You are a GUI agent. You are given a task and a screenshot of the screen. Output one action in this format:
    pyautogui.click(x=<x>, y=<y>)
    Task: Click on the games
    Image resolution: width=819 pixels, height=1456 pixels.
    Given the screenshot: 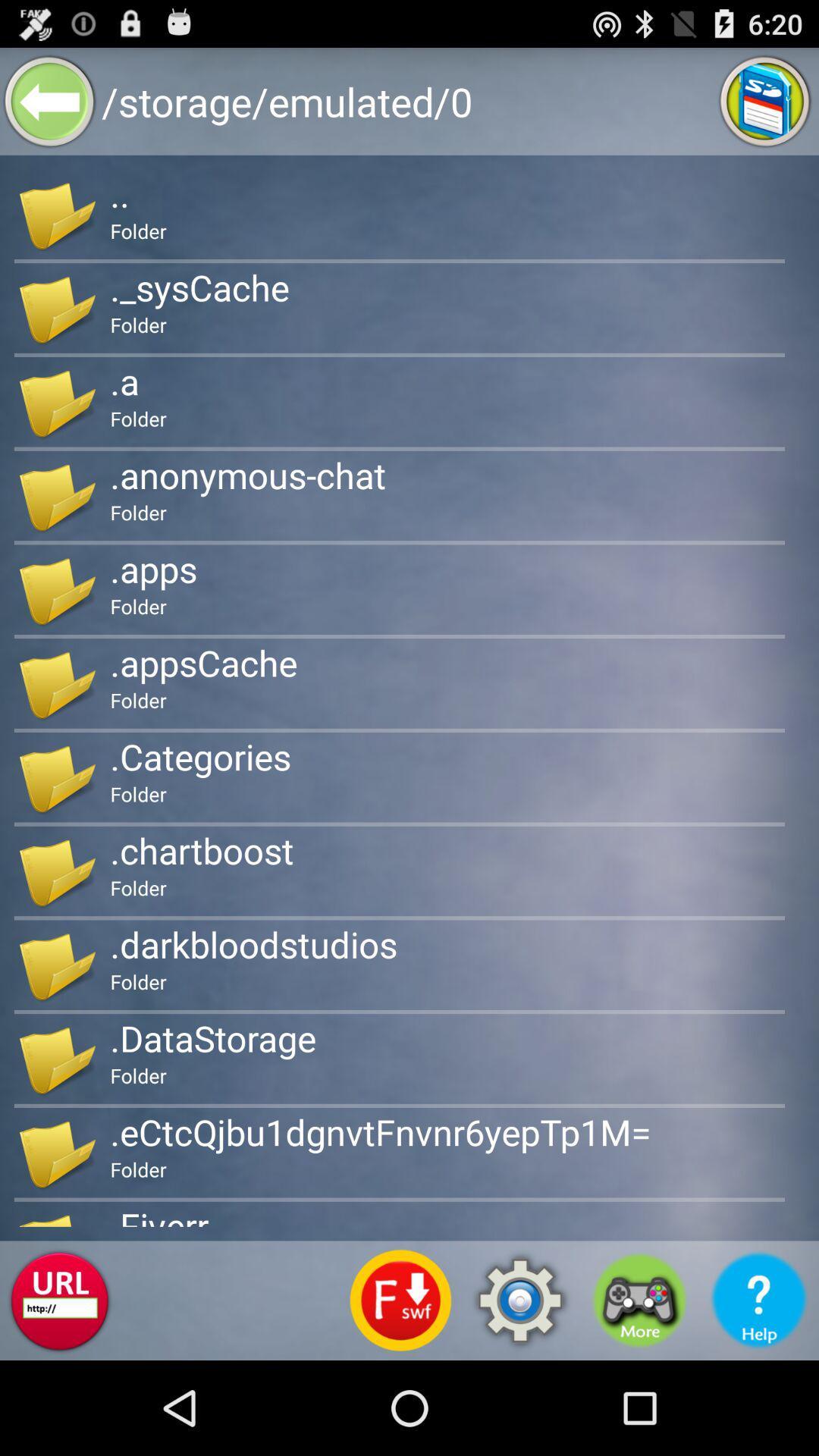 What is the action you would take?
    pyautogui.click(x=639, y=1300)
    